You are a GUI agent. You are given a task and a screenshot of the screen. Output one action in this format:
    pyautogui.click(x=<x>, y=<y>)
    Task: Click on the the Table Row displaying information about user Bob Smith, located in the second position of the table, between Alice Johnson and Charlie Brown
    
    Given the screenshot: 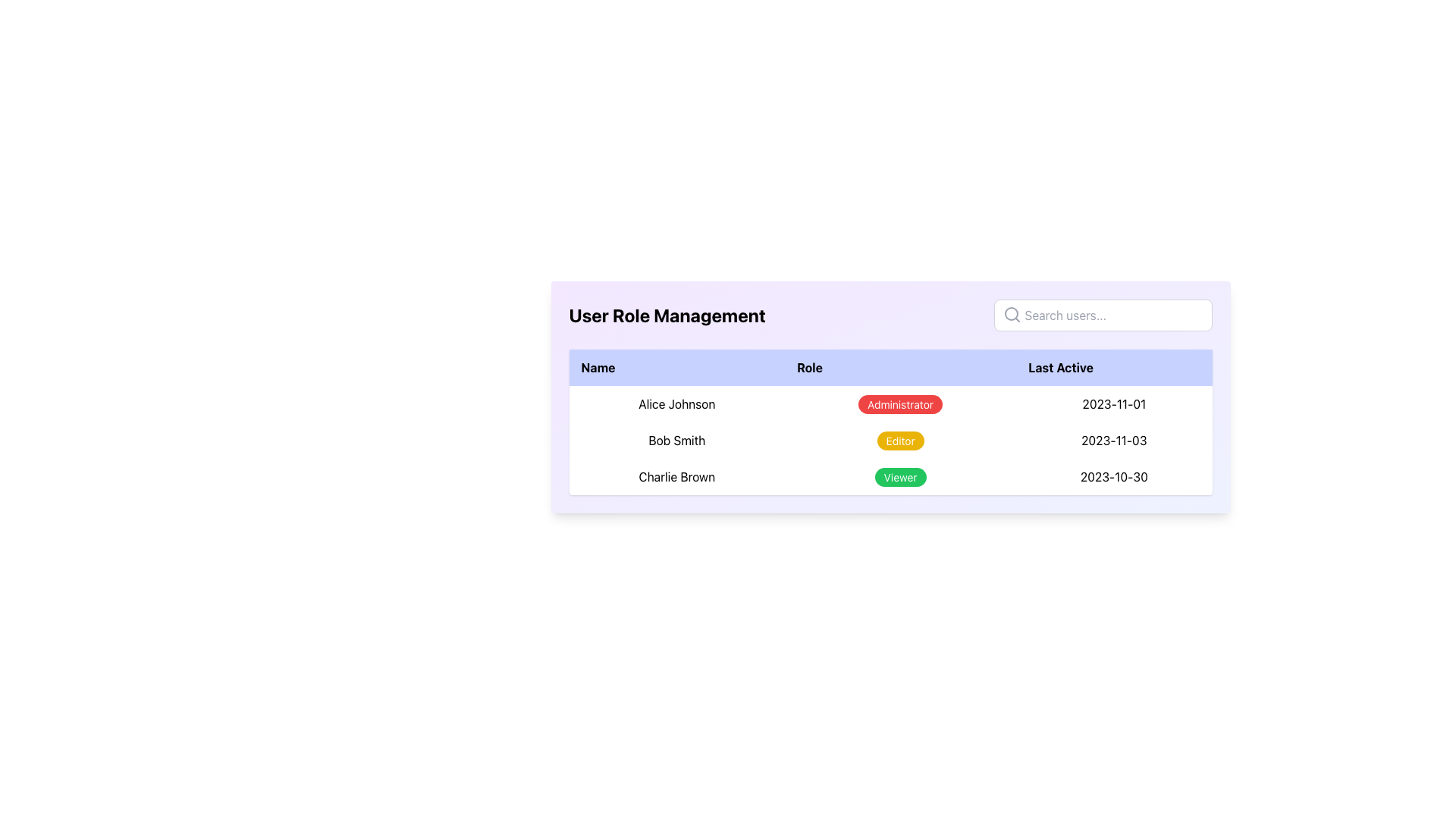 What is the action you would take?
    pyautogui.click(x=890, y=441)
    